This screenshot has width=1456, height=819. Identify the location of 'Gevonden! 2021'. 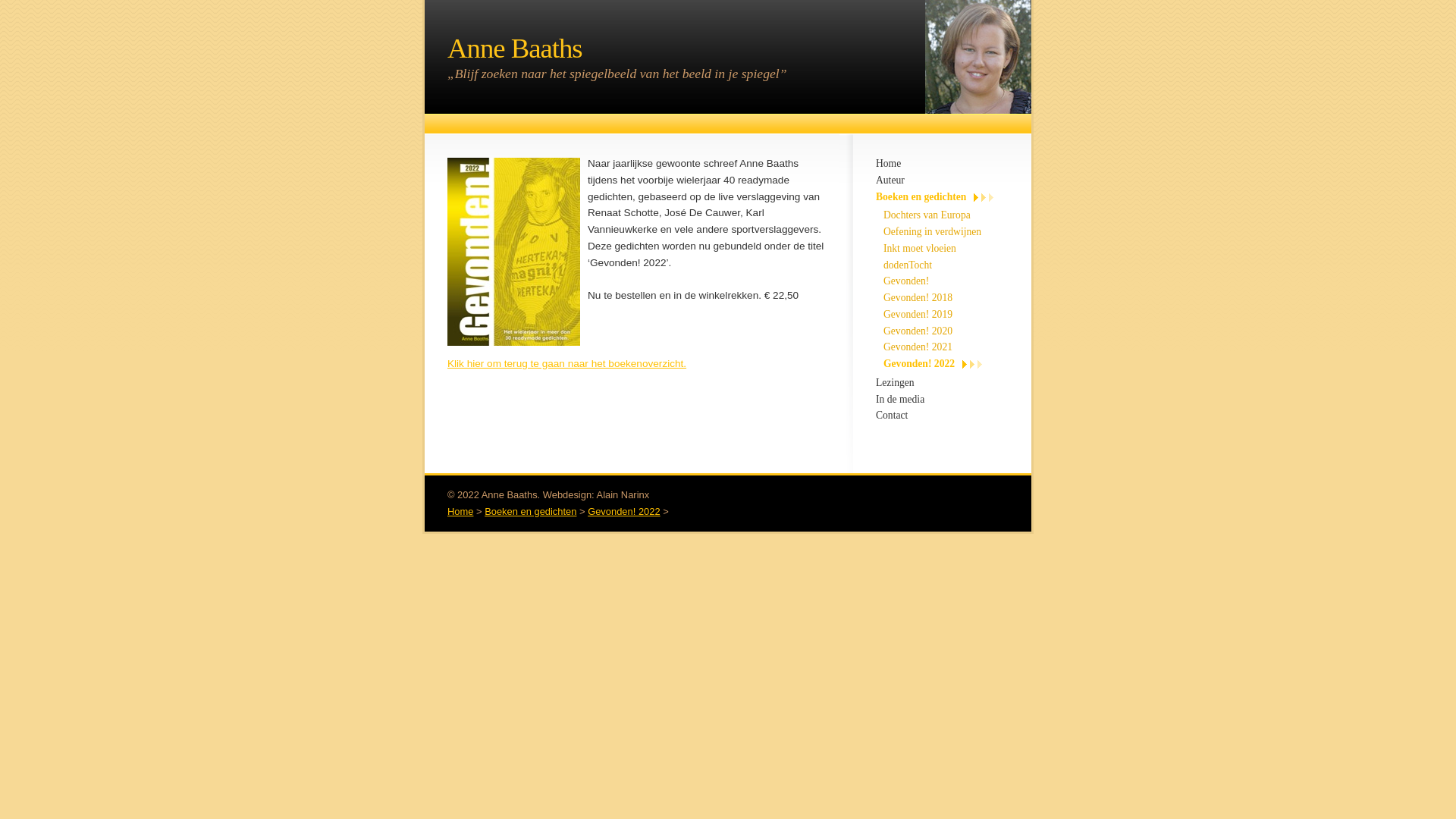
(883, 347).